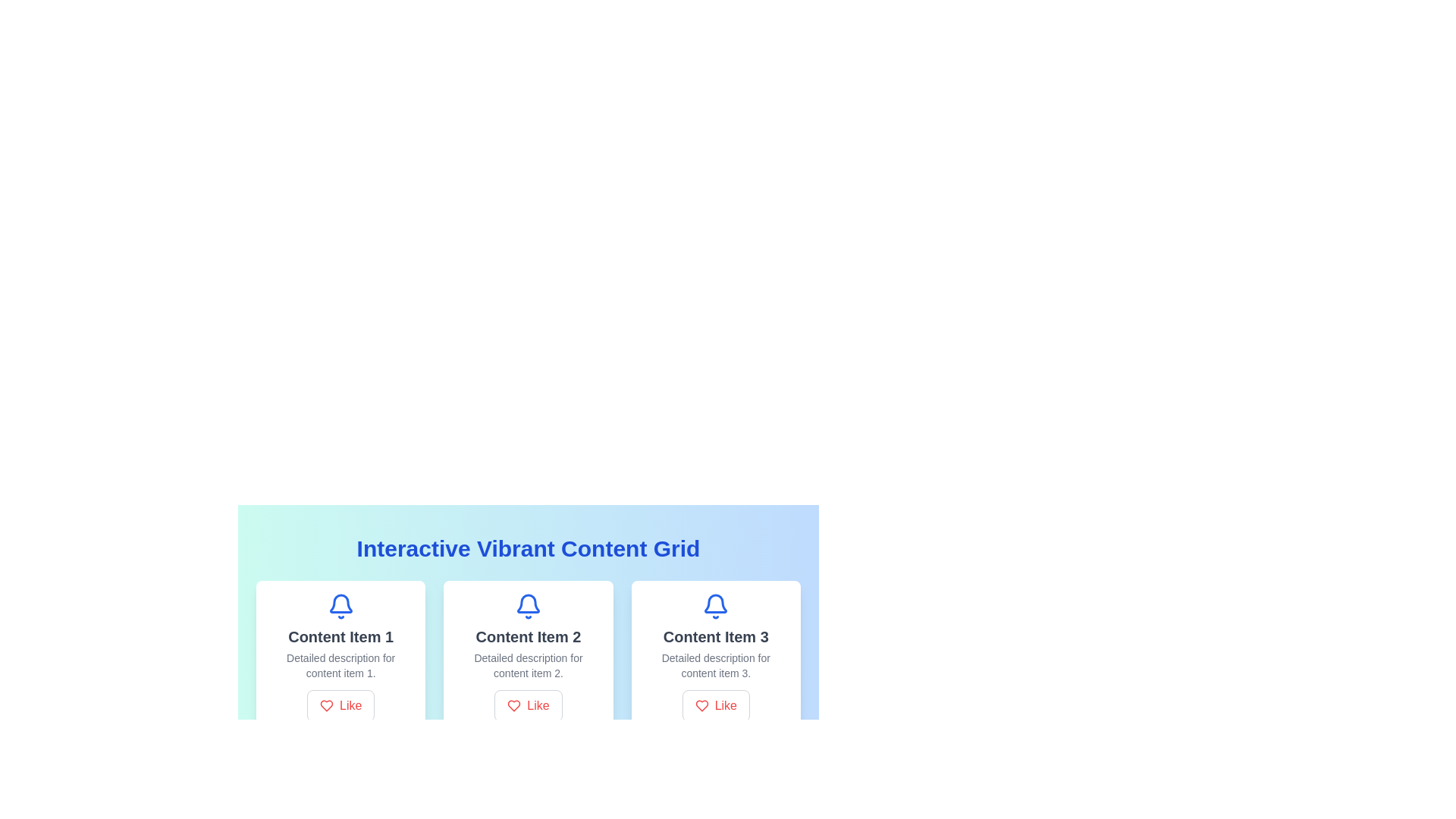 This screenshot has width=1456, height=819. What do you see at coordinates (715, 665) in the screenshot?
I see `the text label reading 'Detailed description for content item 3.' which is part of the content panel for 'Content Item 3'` at bounding box center [715, 665].